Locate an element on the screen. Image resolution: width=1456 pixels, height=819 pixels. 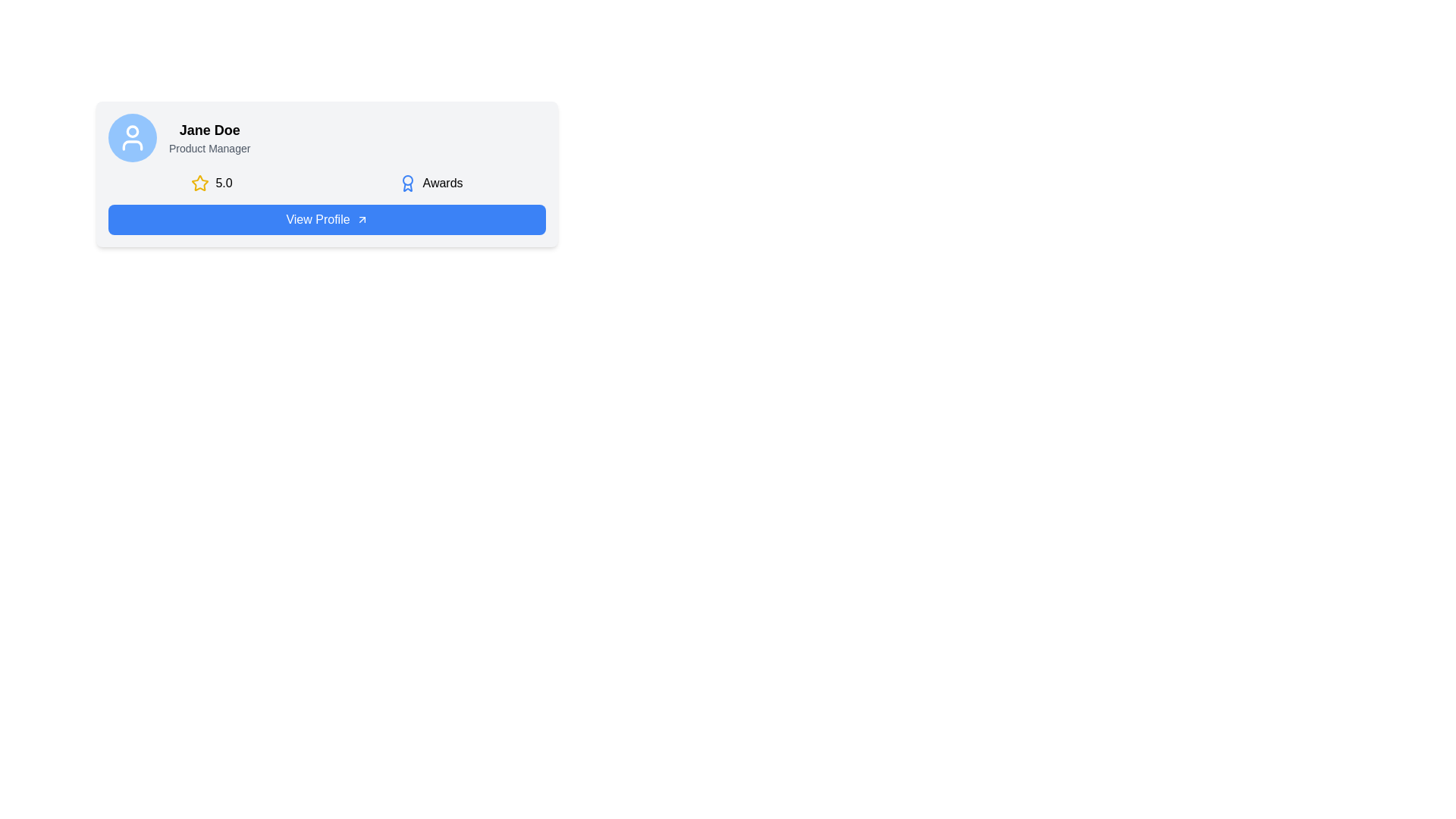
the SVG Circle, which is part of an award badge icon located to the right of a rating indicator and above the 'View Profile' button is located at coordinates (407, 180).